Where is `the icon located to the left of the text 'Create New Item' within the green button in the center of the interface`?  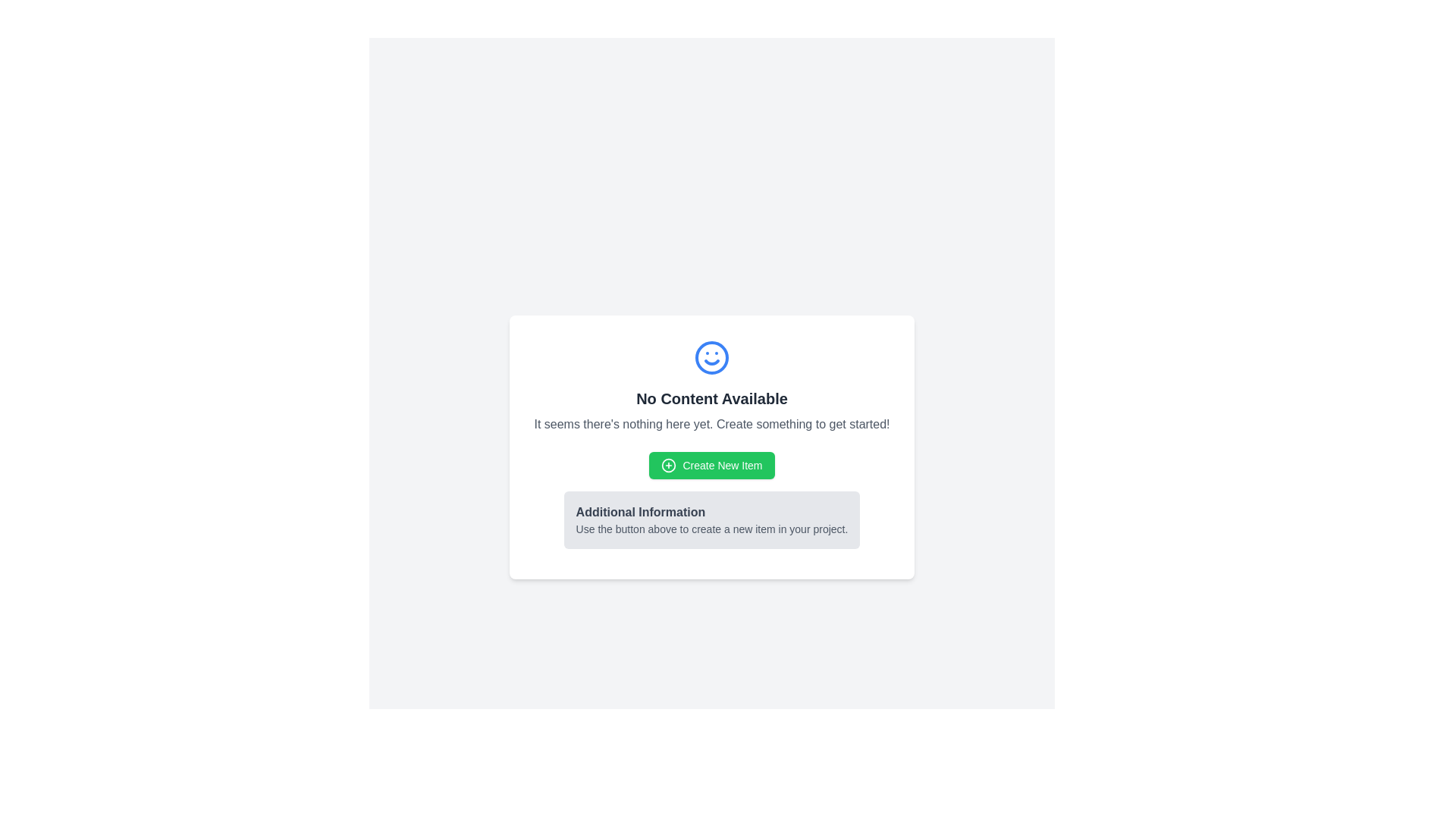 the icon located to the left of the text 'Create New Item' within the green button in the center of the interface is located at coordinates (668, 464).